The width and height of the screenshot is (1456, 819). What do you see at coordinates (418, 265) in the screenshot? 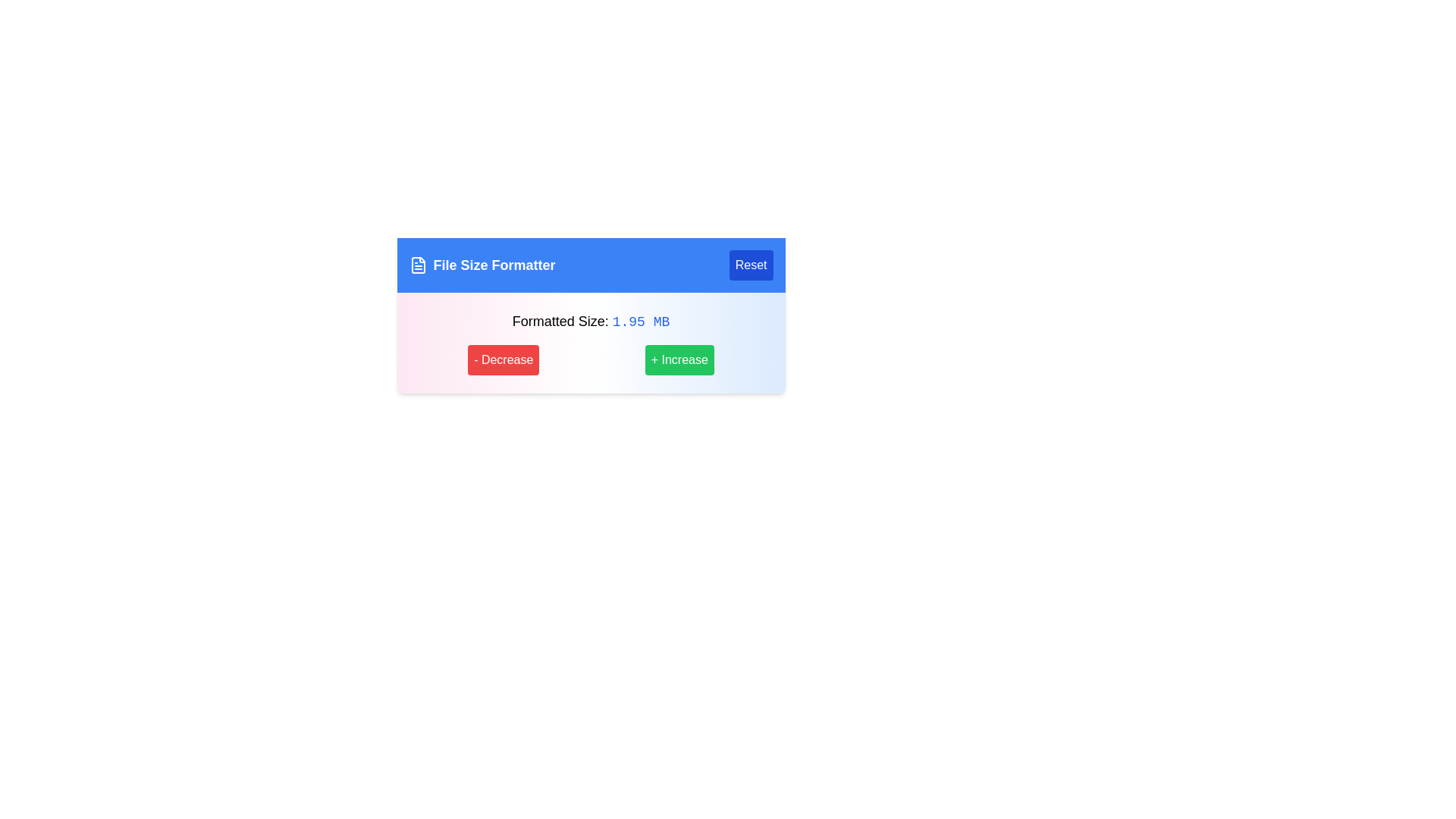
I see `the icon positioned at the top-left corner of the 'File Size Formatter' component, adjacent to the text 'File Size Formatter'` at bounding box center [418, 265].